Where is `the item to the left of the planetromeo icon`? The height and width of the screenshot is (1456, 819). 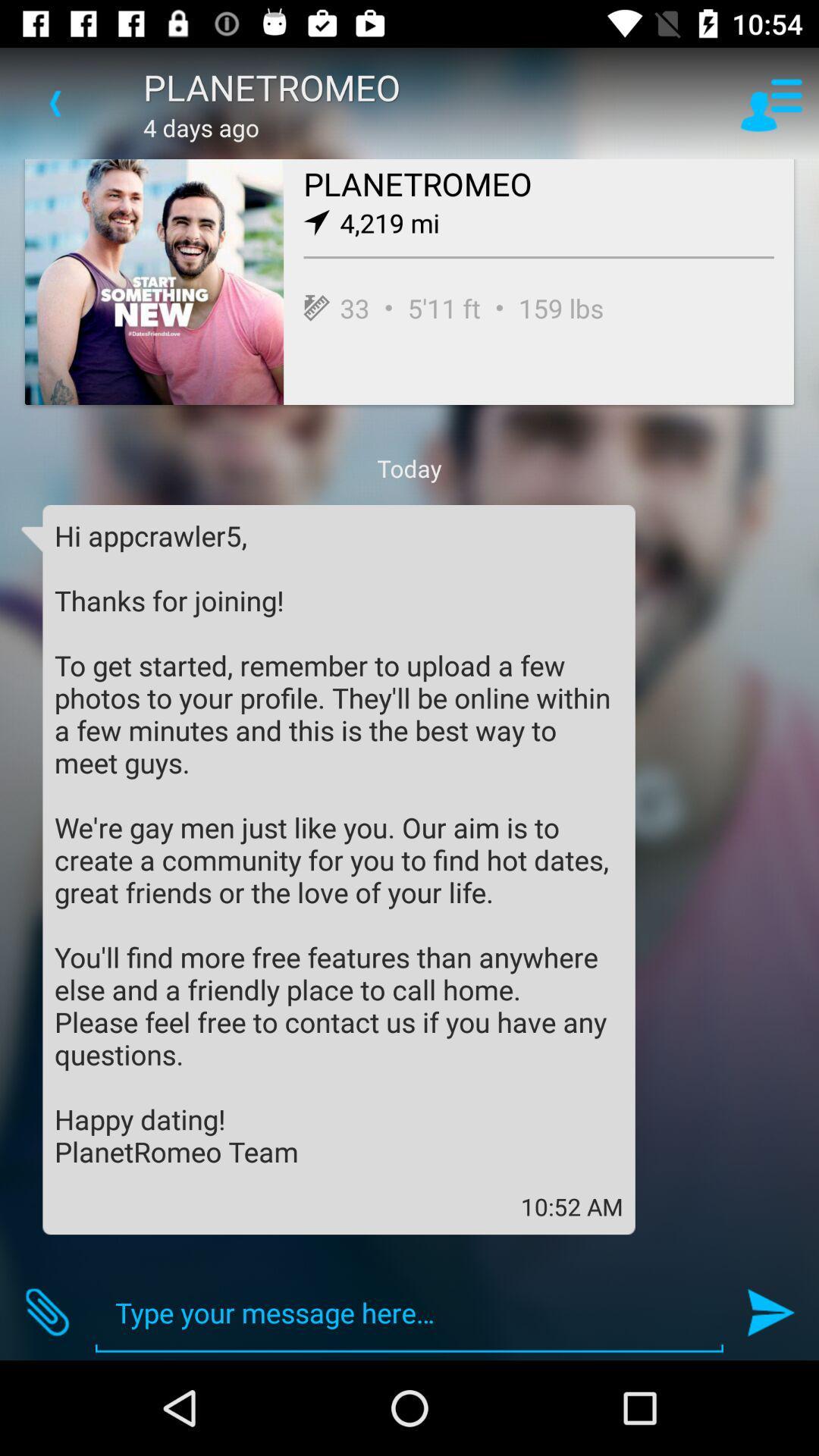 the item to the left of the planetromeo icon is located at coordinates (55, 102).